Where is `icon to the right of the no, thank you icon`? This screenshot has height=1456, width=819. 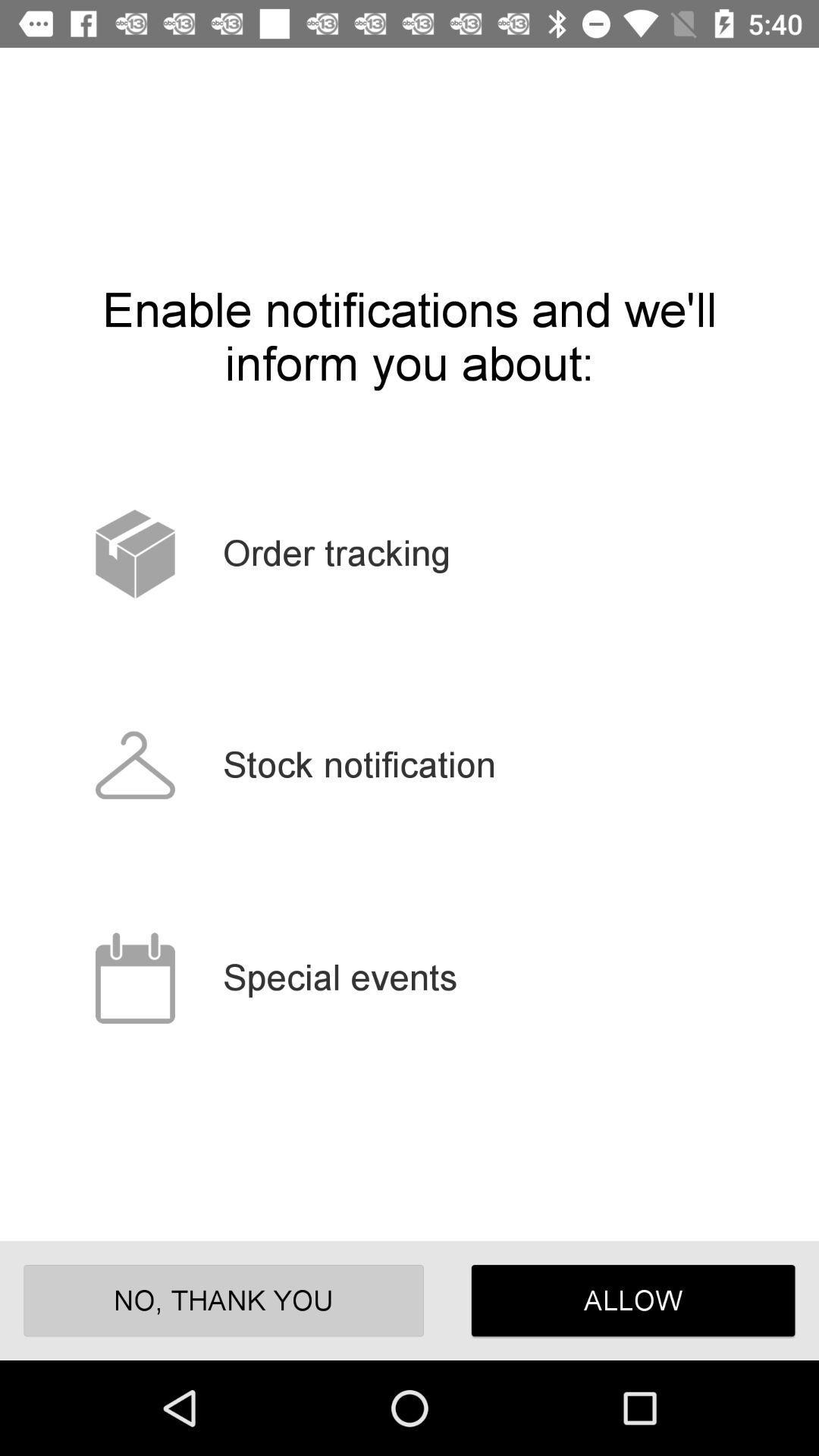 icon to the right of the no, thank you icon is located at coordinates (633, 1300).